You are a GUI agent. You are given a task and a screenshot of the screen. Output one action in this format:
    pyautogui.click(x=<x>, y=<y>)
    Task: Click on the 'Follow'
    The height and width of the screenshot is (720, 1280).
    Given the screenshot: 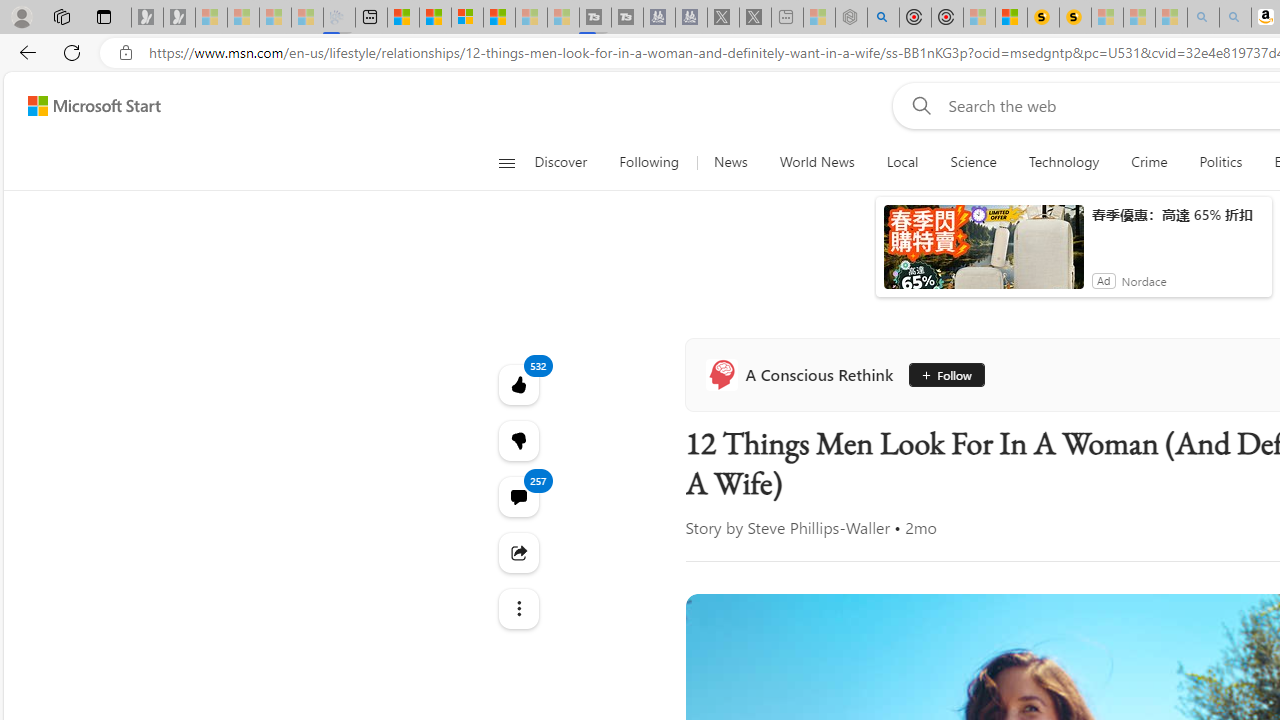 What is the action you would take?
    pyautogui.click(x=945, y=375)
    